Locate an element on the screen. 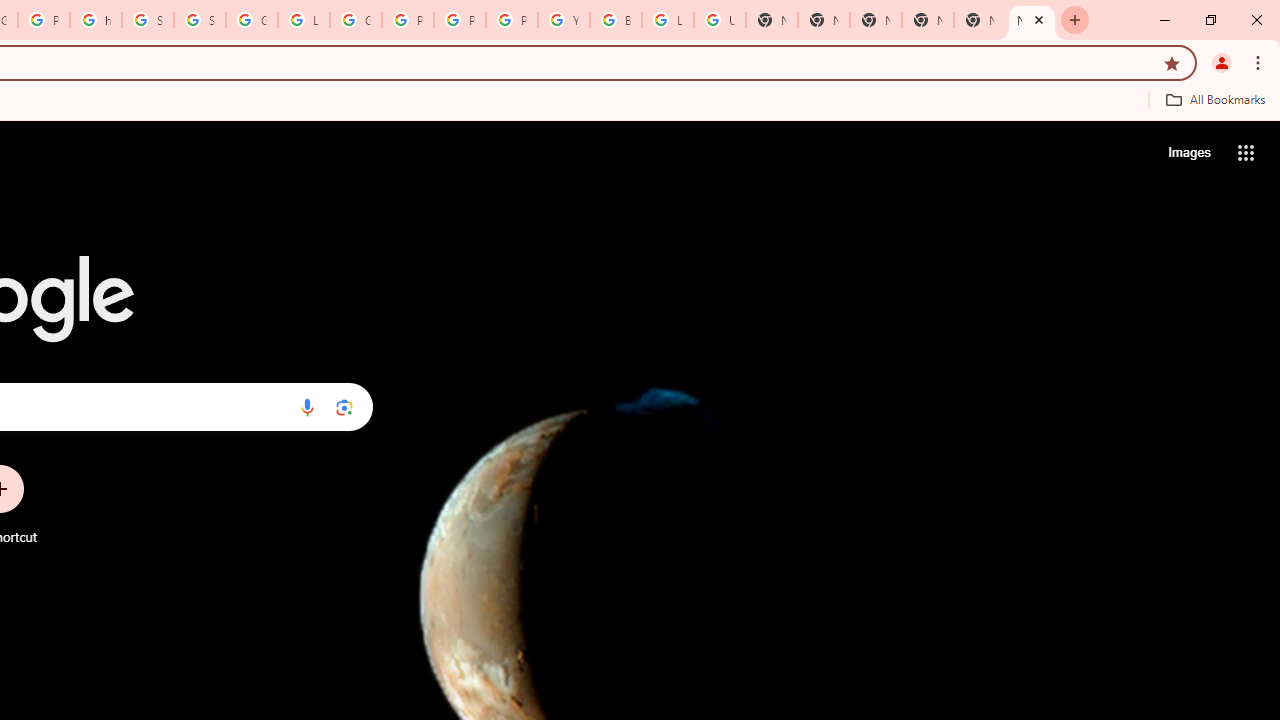 The height and width of the screenshot is (720, 1280). 'Sign in - Google Accounts' is located at coordinates (146, 20).